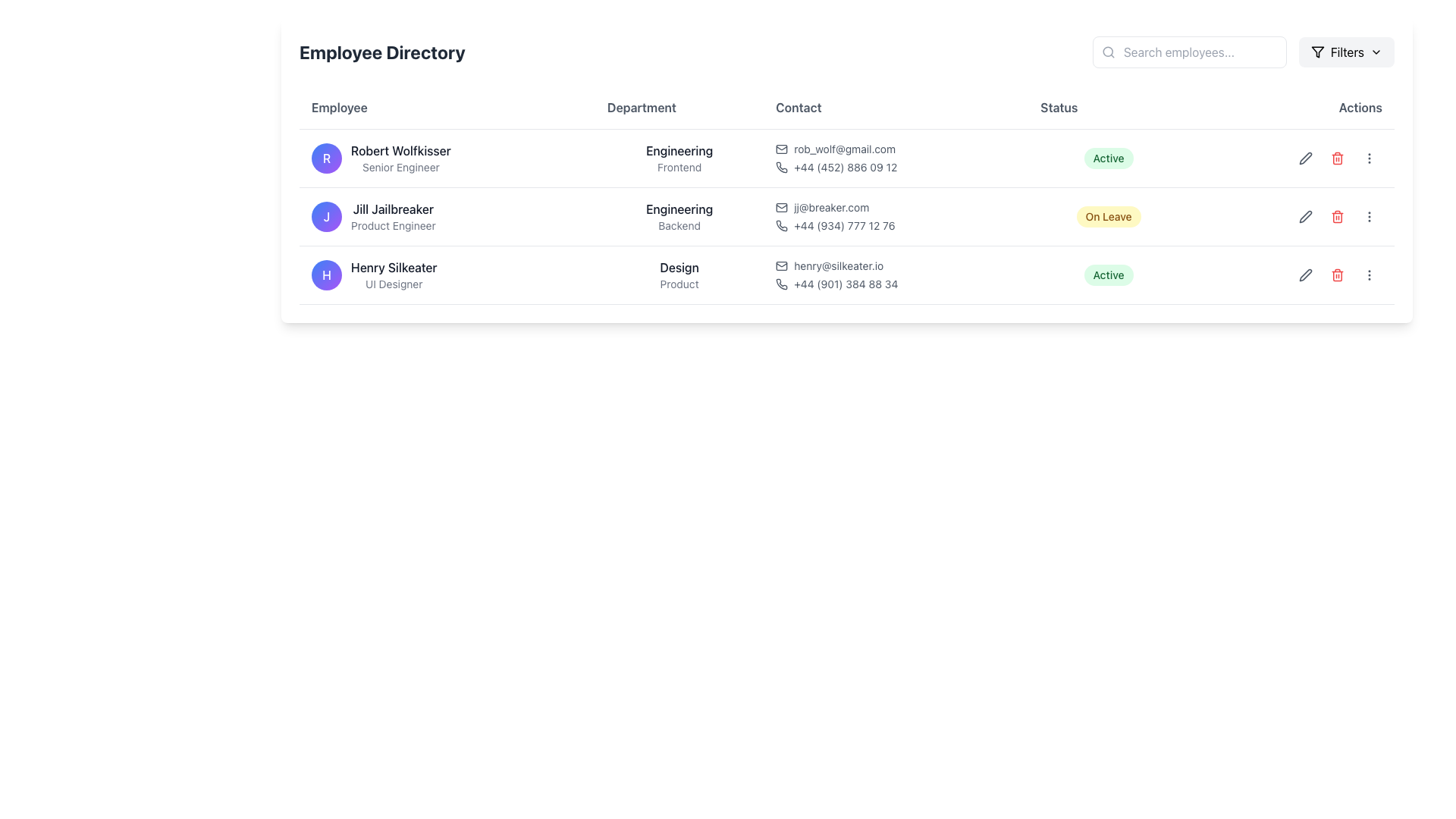  What do you see at coordinates (896, 216) in the screenshot?
I see `the contact details presented in the Text and icon group for employee Jill Jailbreaker, which includes an email address and a phone number` at bounding box center [896, 216].